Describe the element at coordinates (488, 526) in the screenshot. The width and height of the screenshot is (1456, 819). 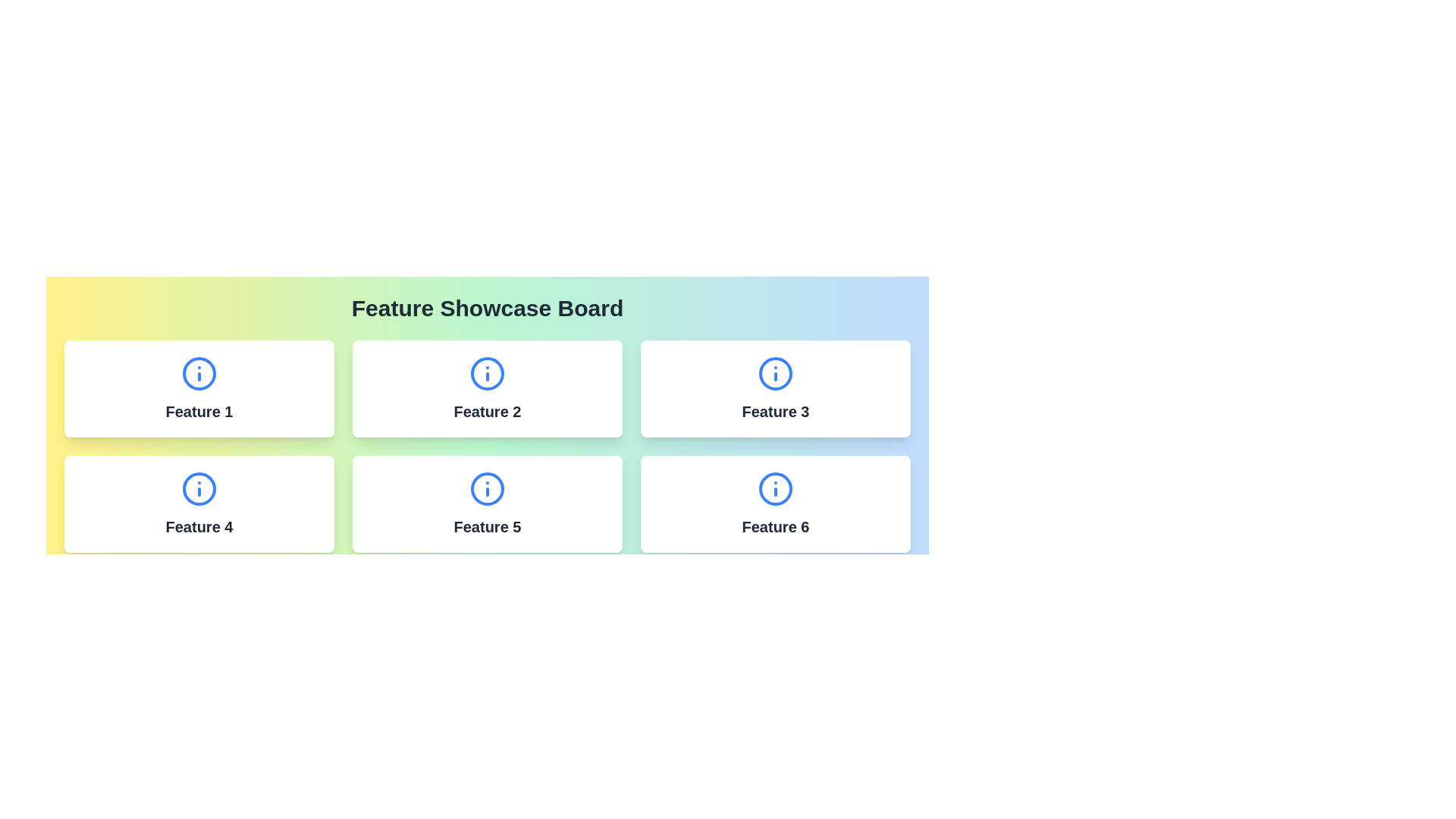
I see `the text label 'Feature 5' located at the bottom center of the fifth card in a 3x2 grid layout` at that location.